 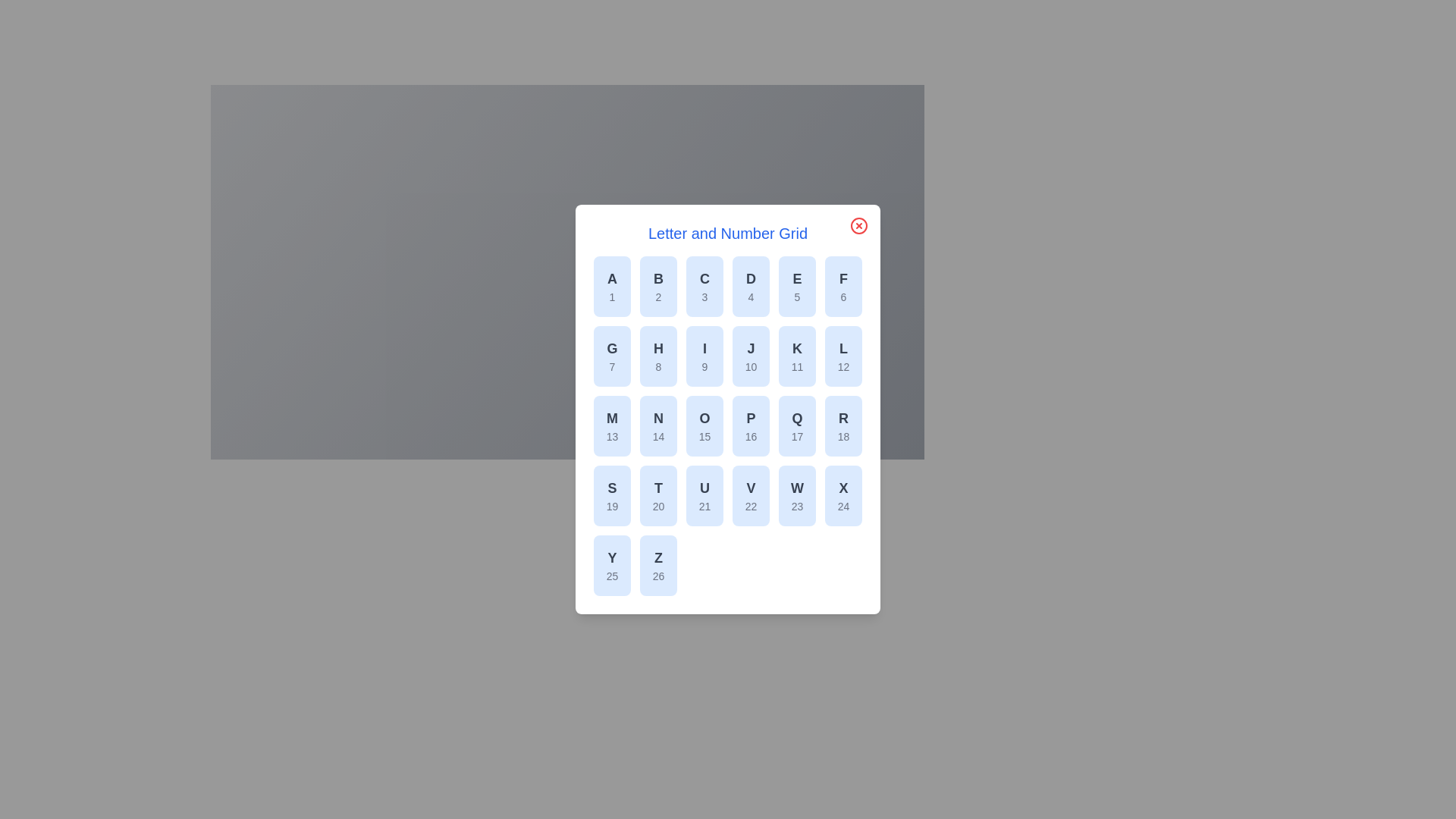 What do you see at coordinates (843, 496) in the screenshot?
I see `the grid item corresponding to letter X` at bounding box center [843, 496].